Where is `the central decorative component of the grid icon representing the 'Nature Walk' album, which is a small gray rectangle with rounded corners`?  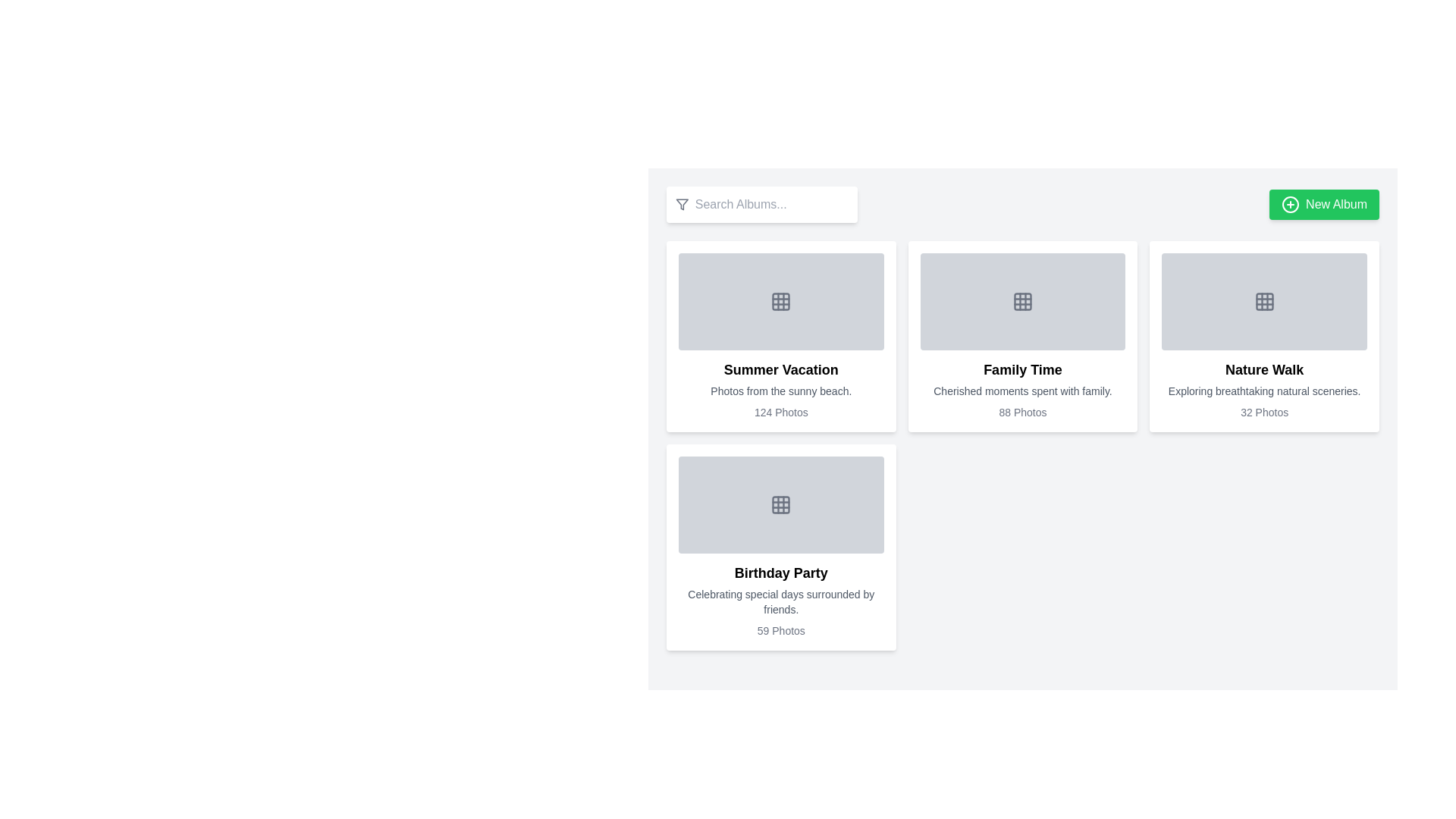 the central decorative component of the grid icon representing the 'Nature Walk' album, which is a small gray rectangle with rounded corners is located at coordinates (1264, 301).